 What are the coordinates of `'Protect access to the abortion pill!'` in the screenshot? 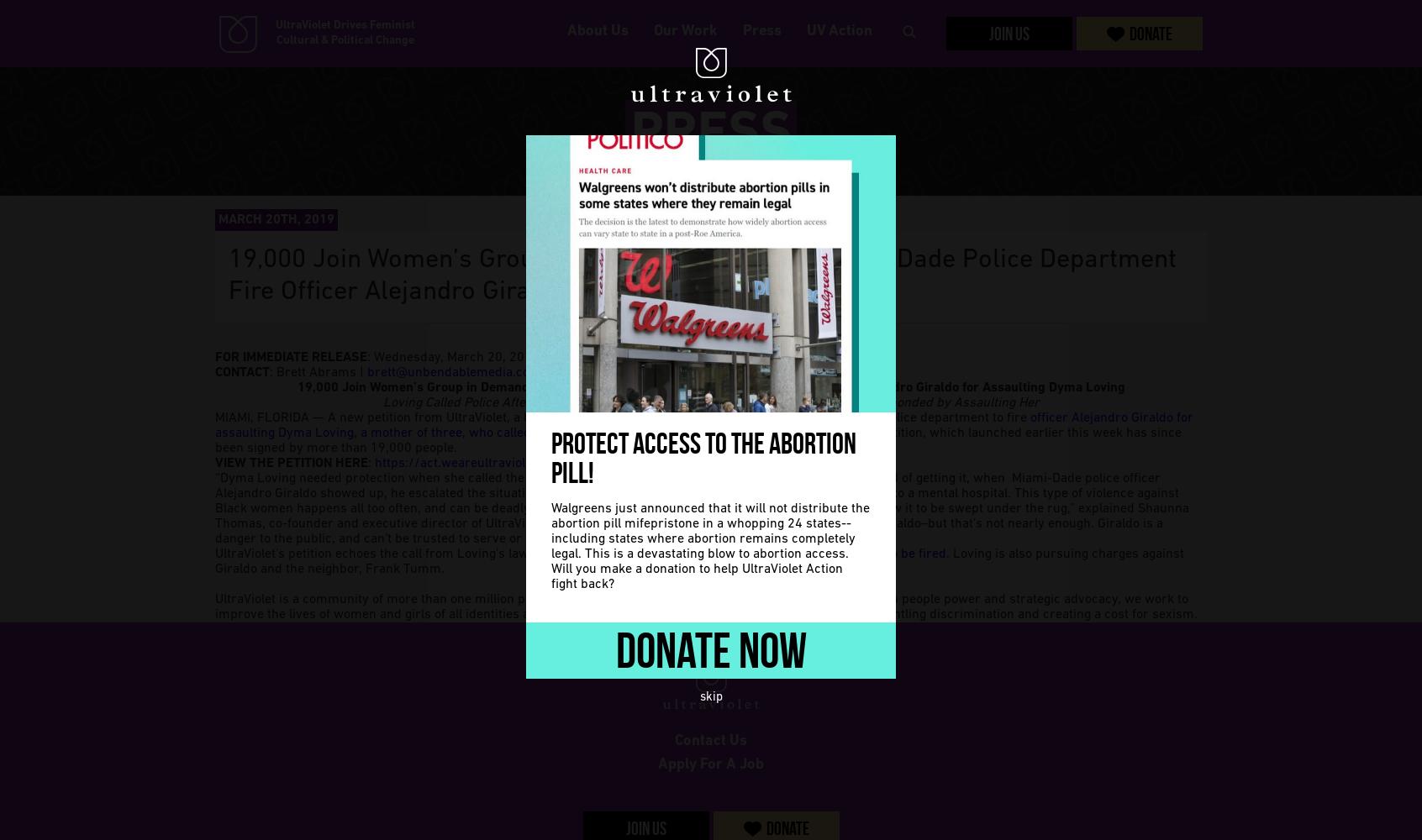 It's located at (703, 458).